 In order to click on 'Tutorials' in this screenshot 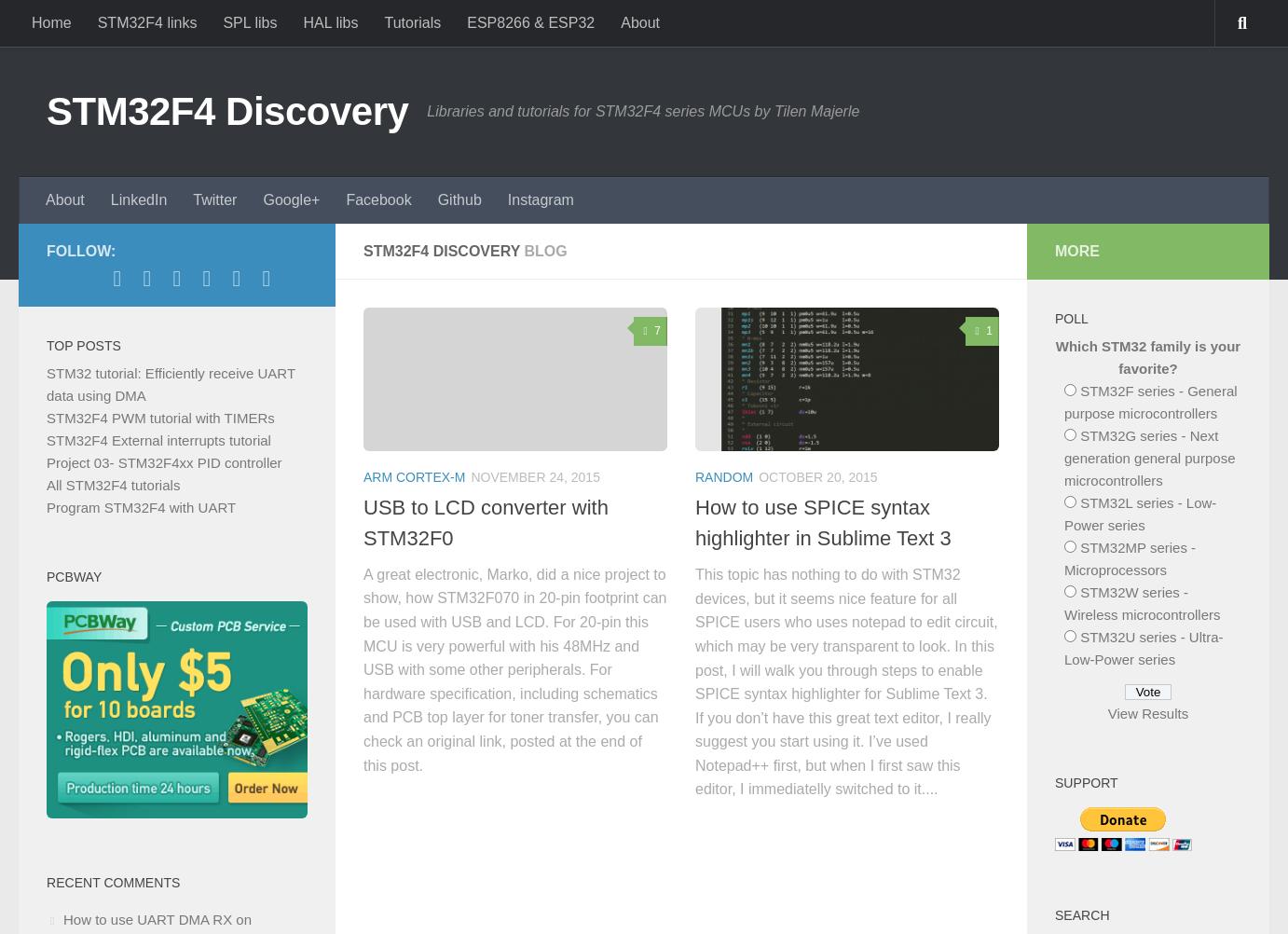, I will do `click(411, 22)`.